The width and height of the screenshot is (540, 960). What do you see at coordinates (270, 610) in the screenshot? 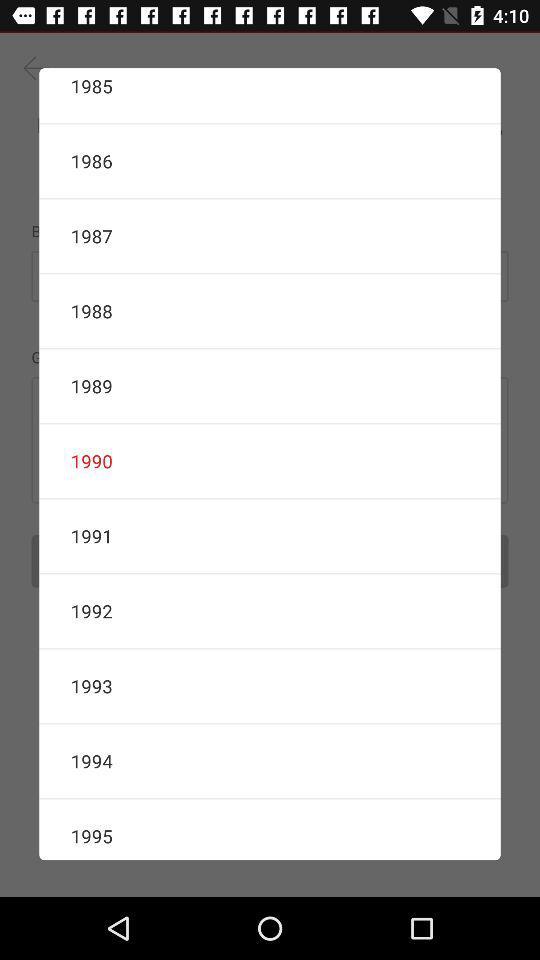
I see `1992 item` at bounding box center [270, 610].